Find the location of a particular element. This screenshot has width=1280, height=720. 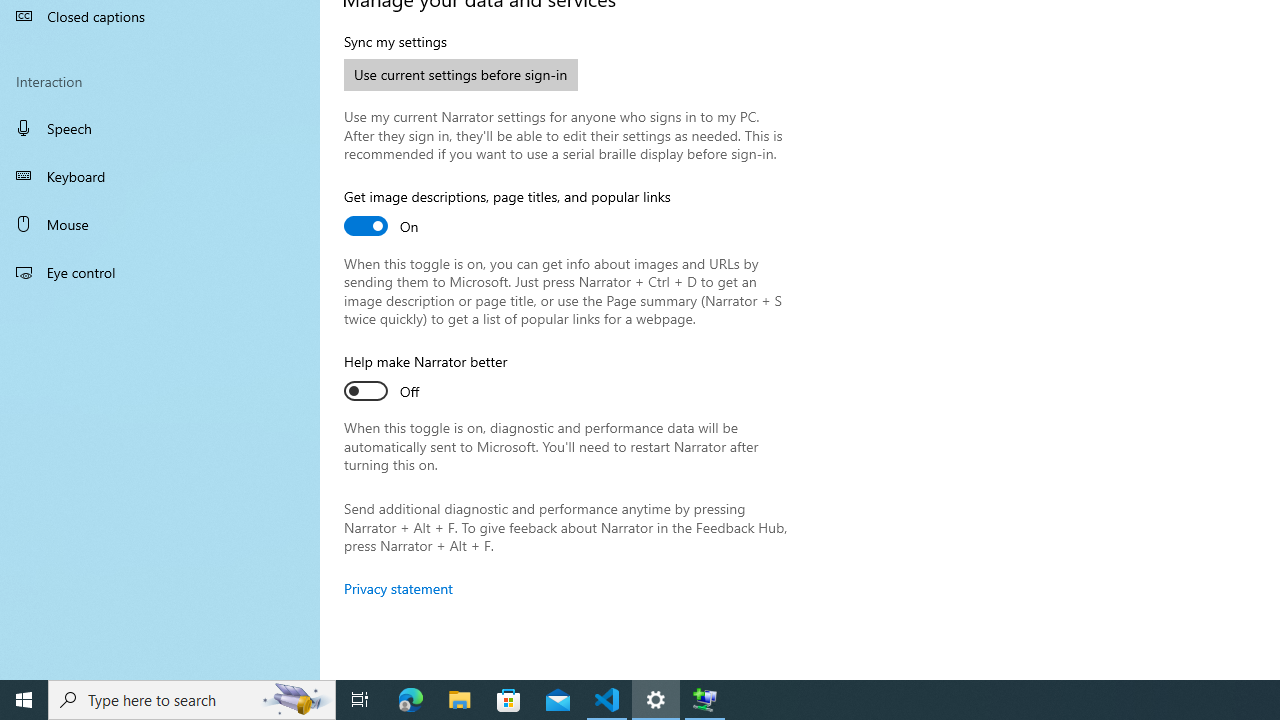

'Use current settings before sign-in' is located at coordinates (460, 73).